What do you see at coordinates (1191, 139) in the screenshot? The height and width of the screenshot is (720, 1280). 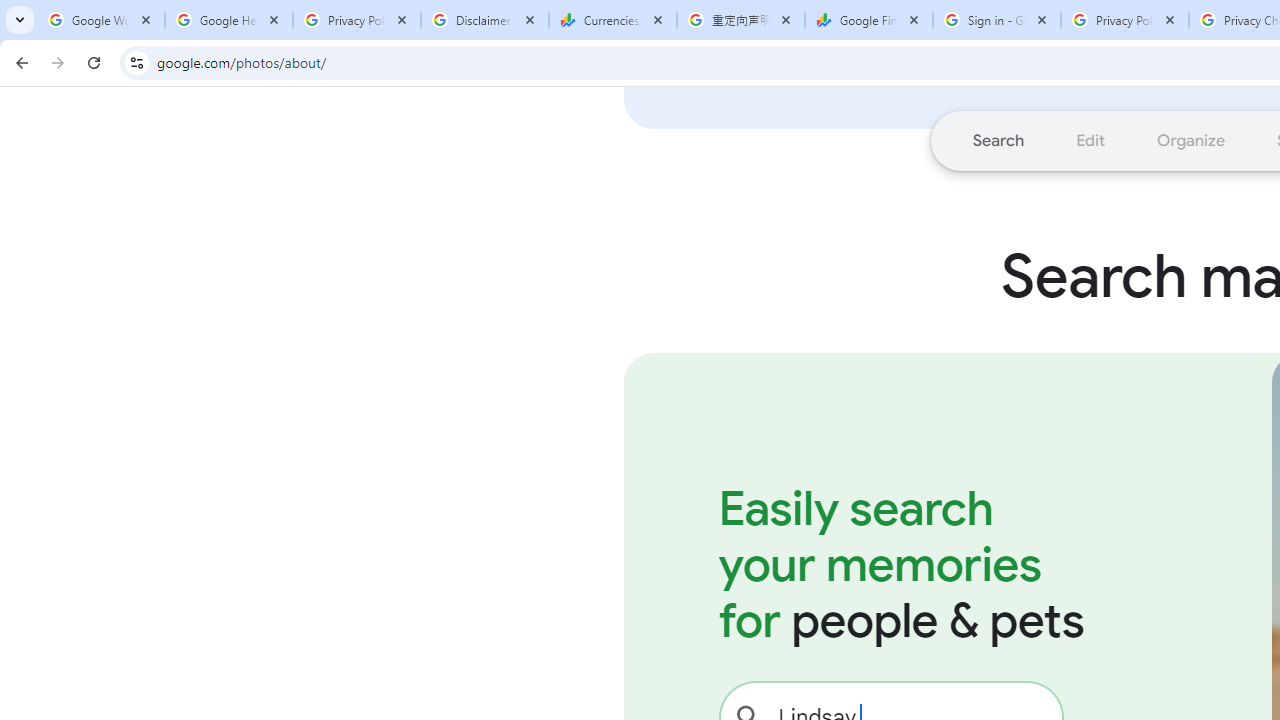 I see `'Go to section: Organize'` at bounding box center [1191, 139].